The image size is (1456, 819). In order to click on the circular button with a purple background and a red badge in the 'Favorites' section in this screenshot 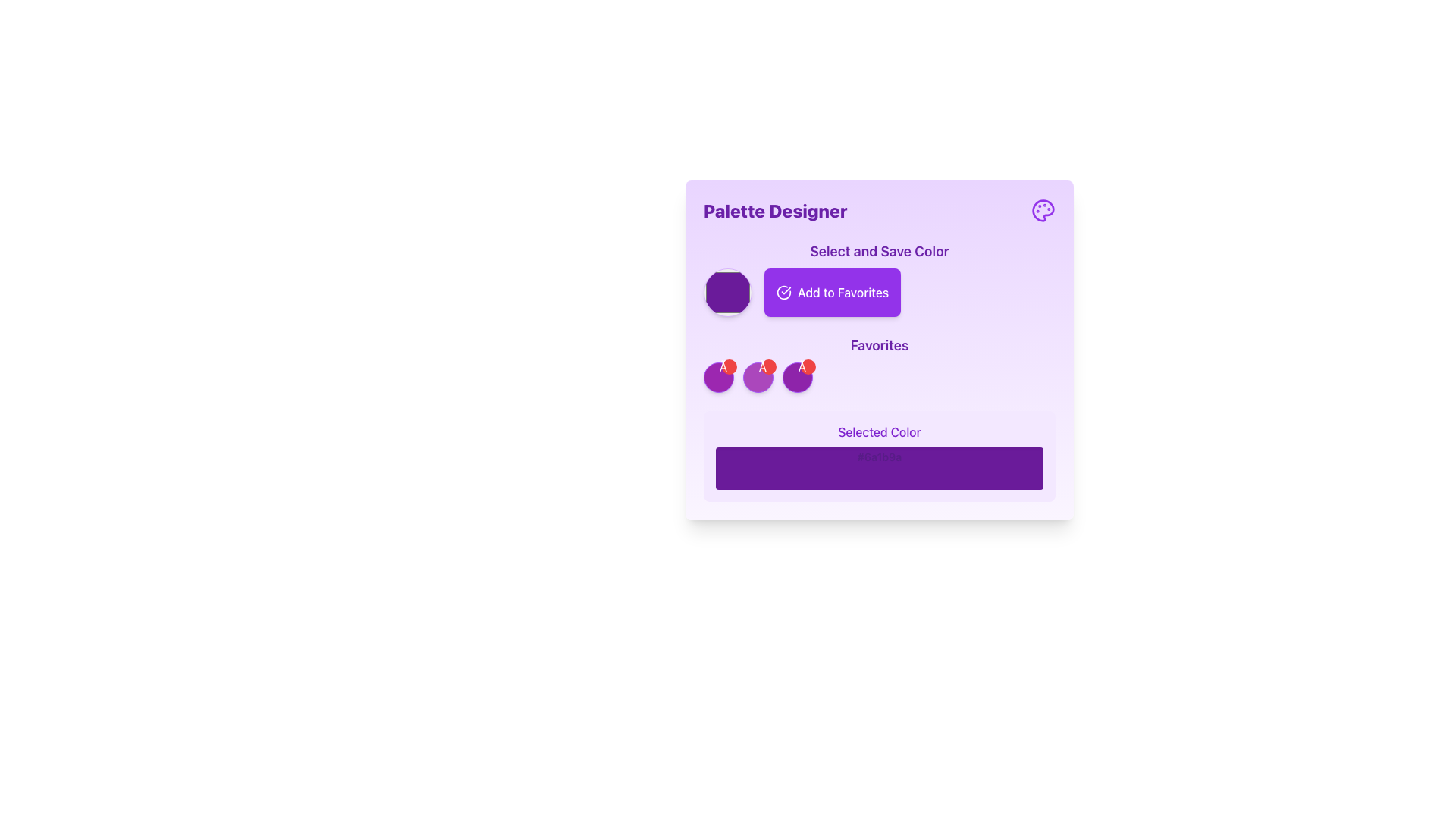, I will do `click(718, 376)`.